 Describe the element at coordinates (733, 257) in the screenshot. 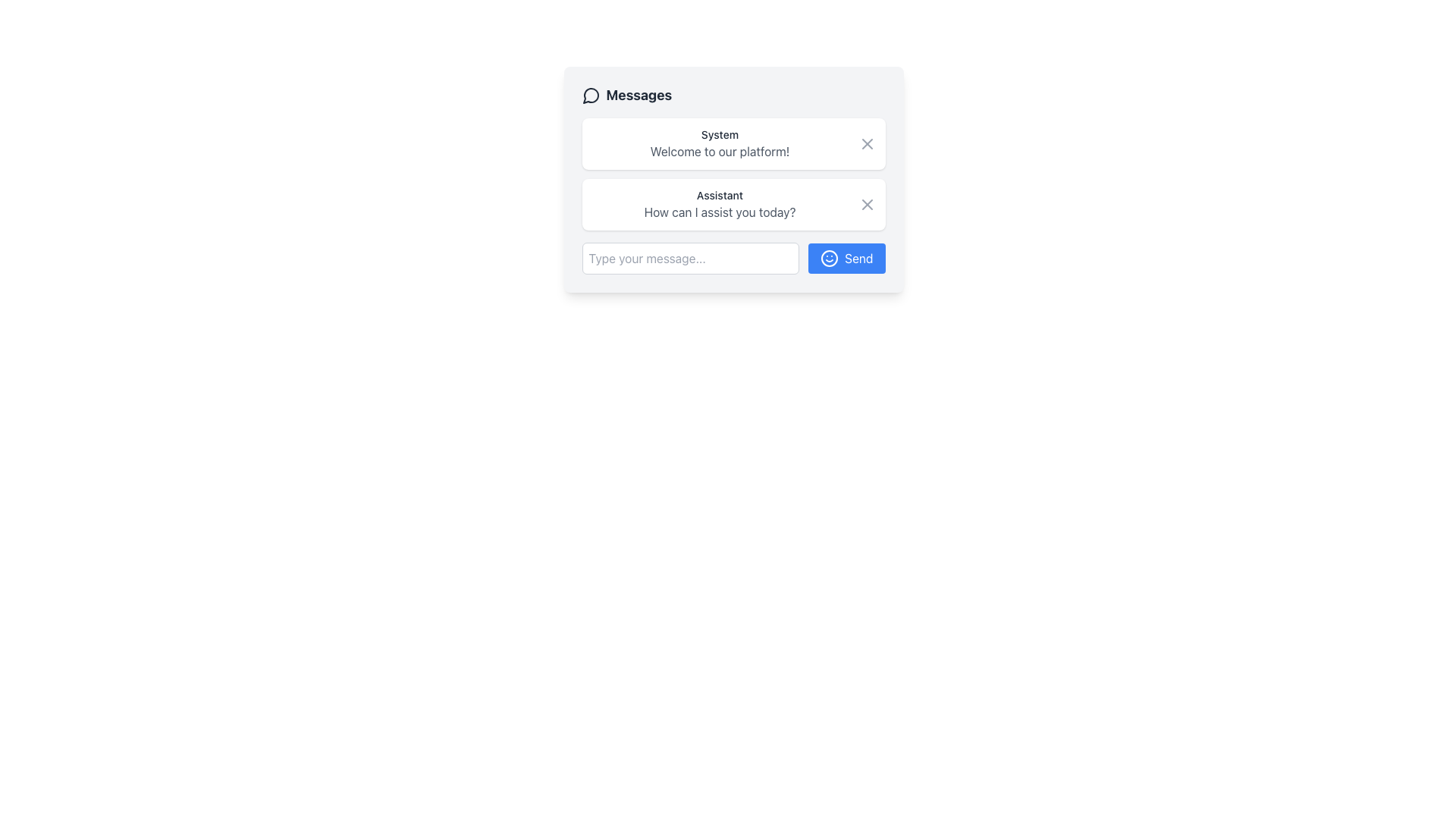

I see `the Message Input Bar located at the bottom of the chat panel to type a message` at that location.